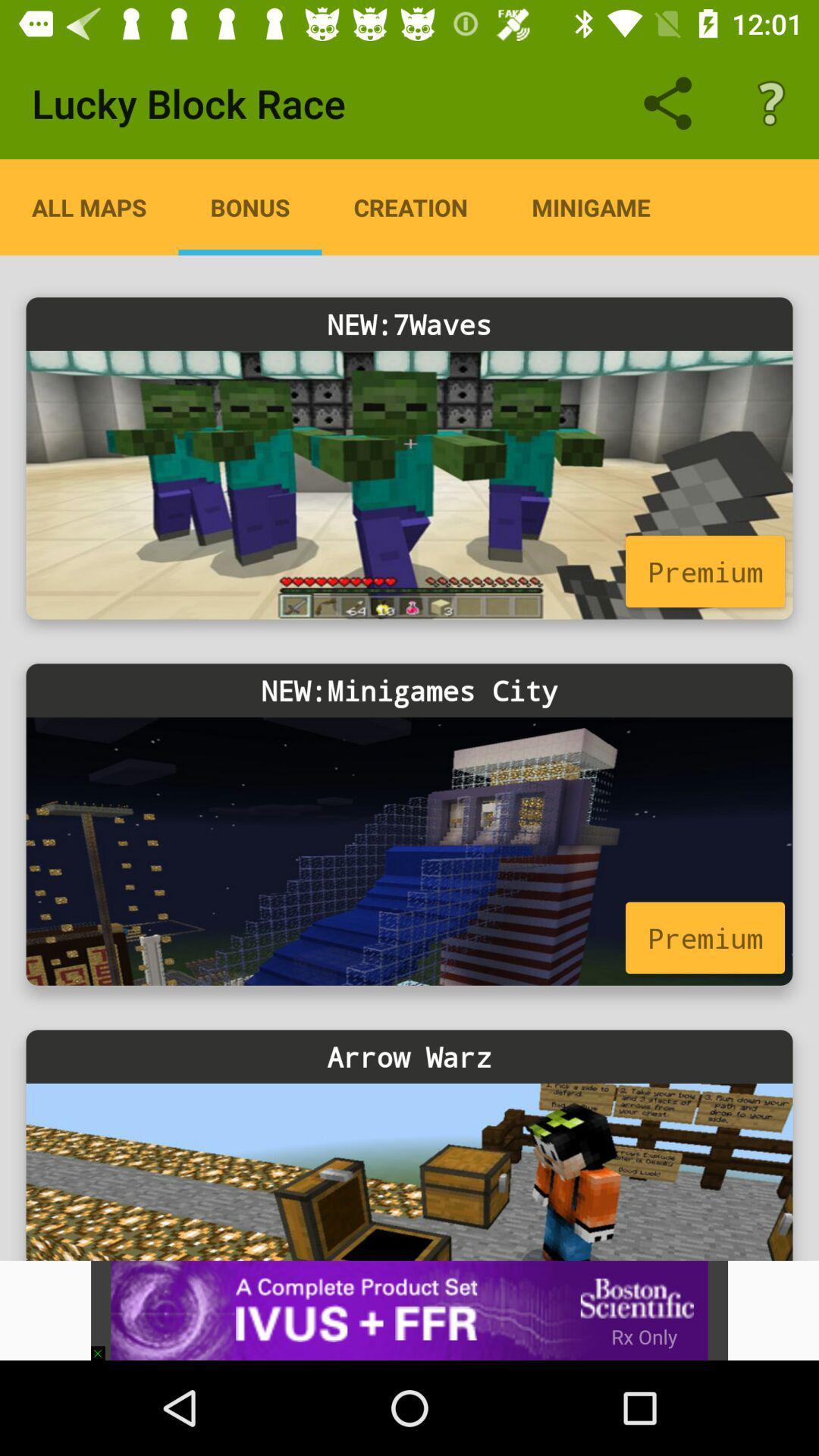 The height and width of the screenshot is (1456, 819). Describe the element at coordinates (249, 206) in the screenshot. I see `the icon above the new:7waves item` at that location.